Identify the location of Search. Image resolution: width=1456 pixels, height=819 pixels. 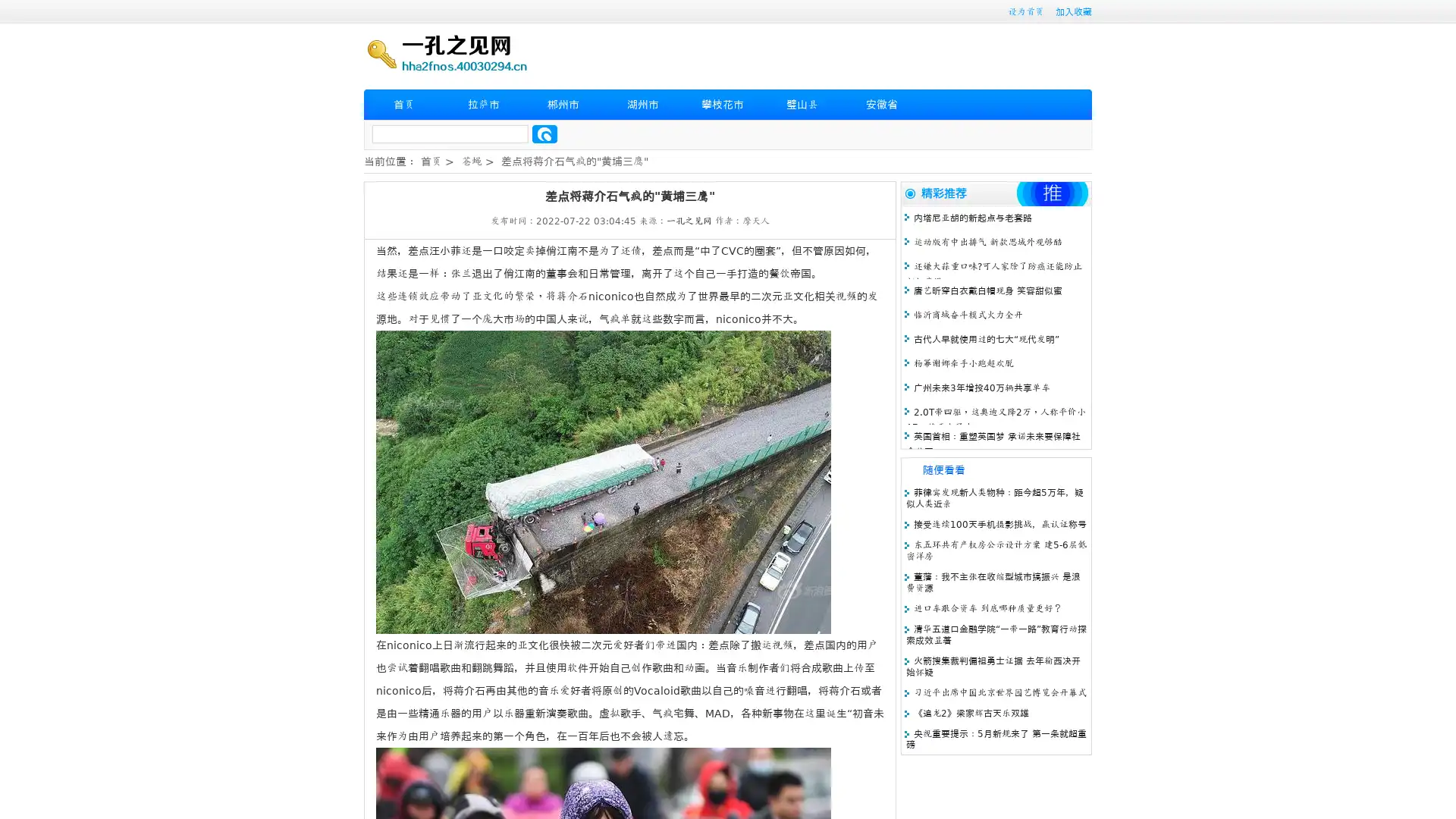
(544, 133).